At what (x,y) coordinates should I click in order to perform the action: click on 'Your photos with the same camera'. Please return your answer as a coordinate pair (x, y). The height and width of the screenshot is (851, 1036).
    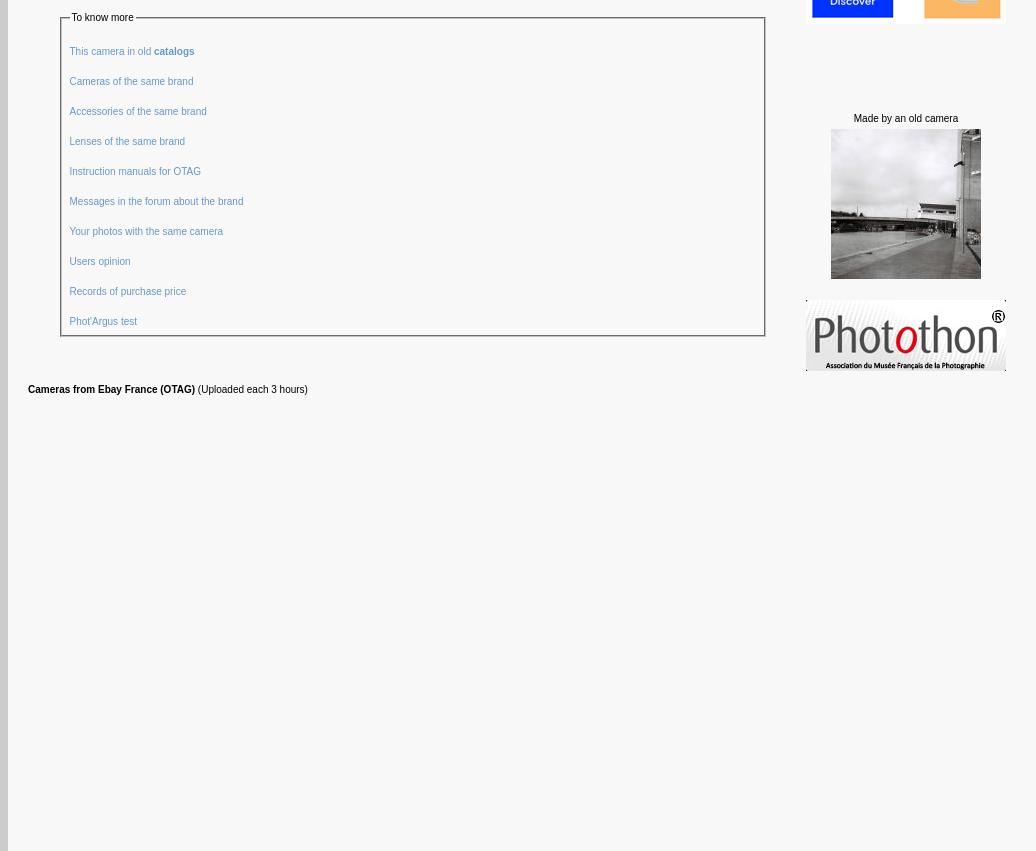
    Looking at the image, I should click on (147, 230).